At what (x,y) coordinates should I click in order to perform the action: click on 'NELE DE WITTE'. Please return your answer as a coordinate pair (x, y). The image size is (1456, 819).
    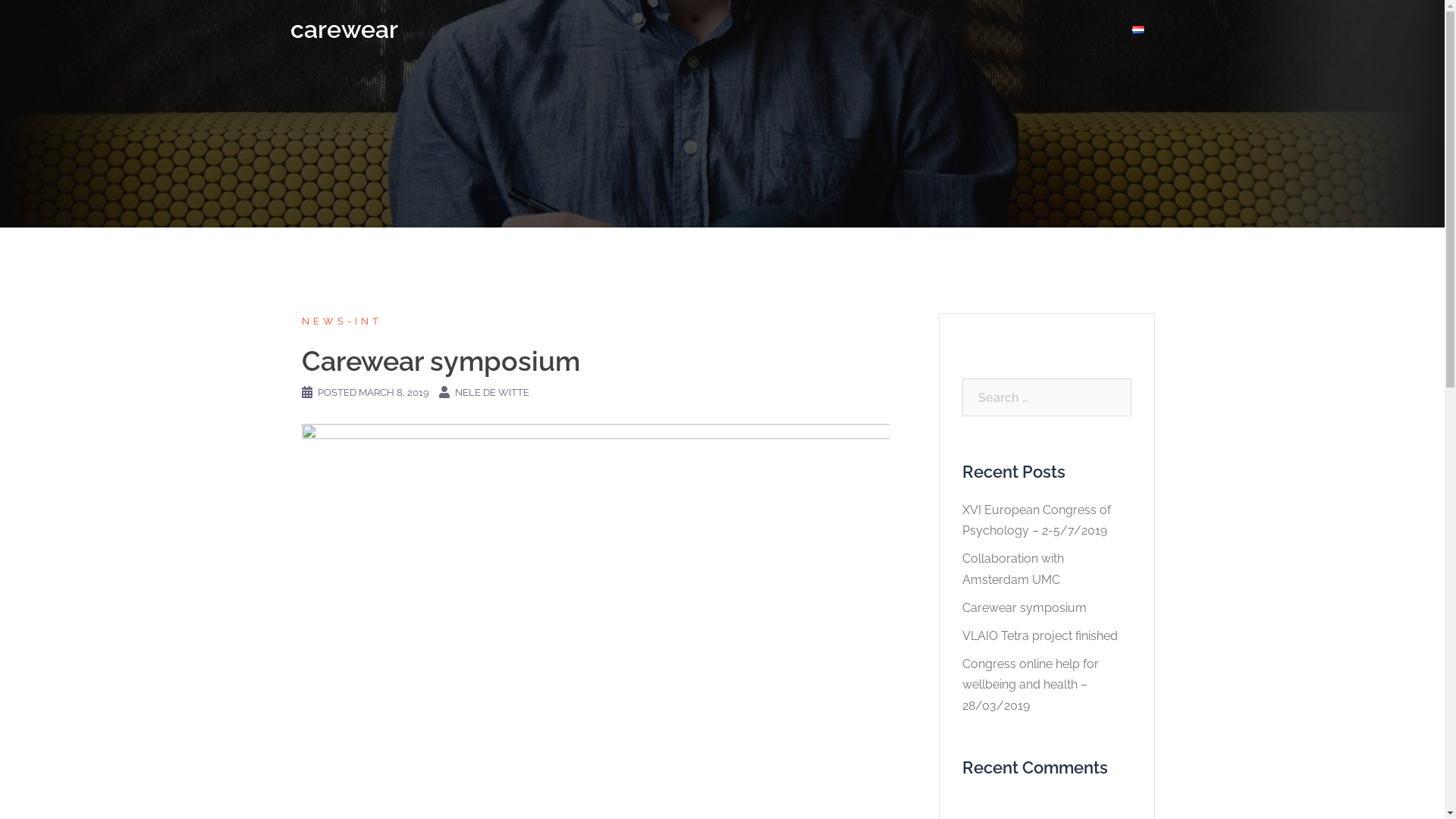
    Looking at the image, I should click on (491, 391).